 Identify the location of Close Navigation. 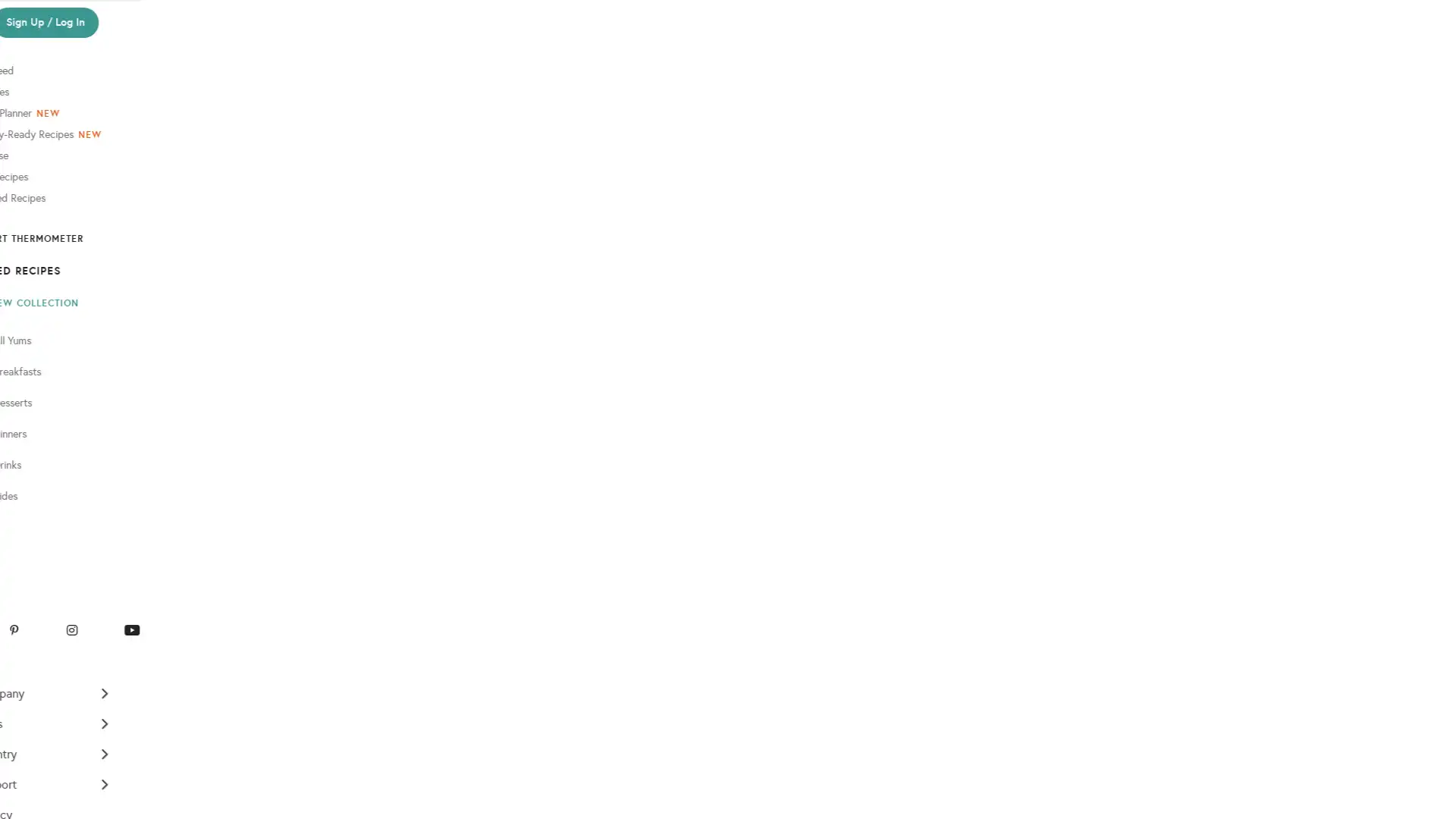
(146, 17).